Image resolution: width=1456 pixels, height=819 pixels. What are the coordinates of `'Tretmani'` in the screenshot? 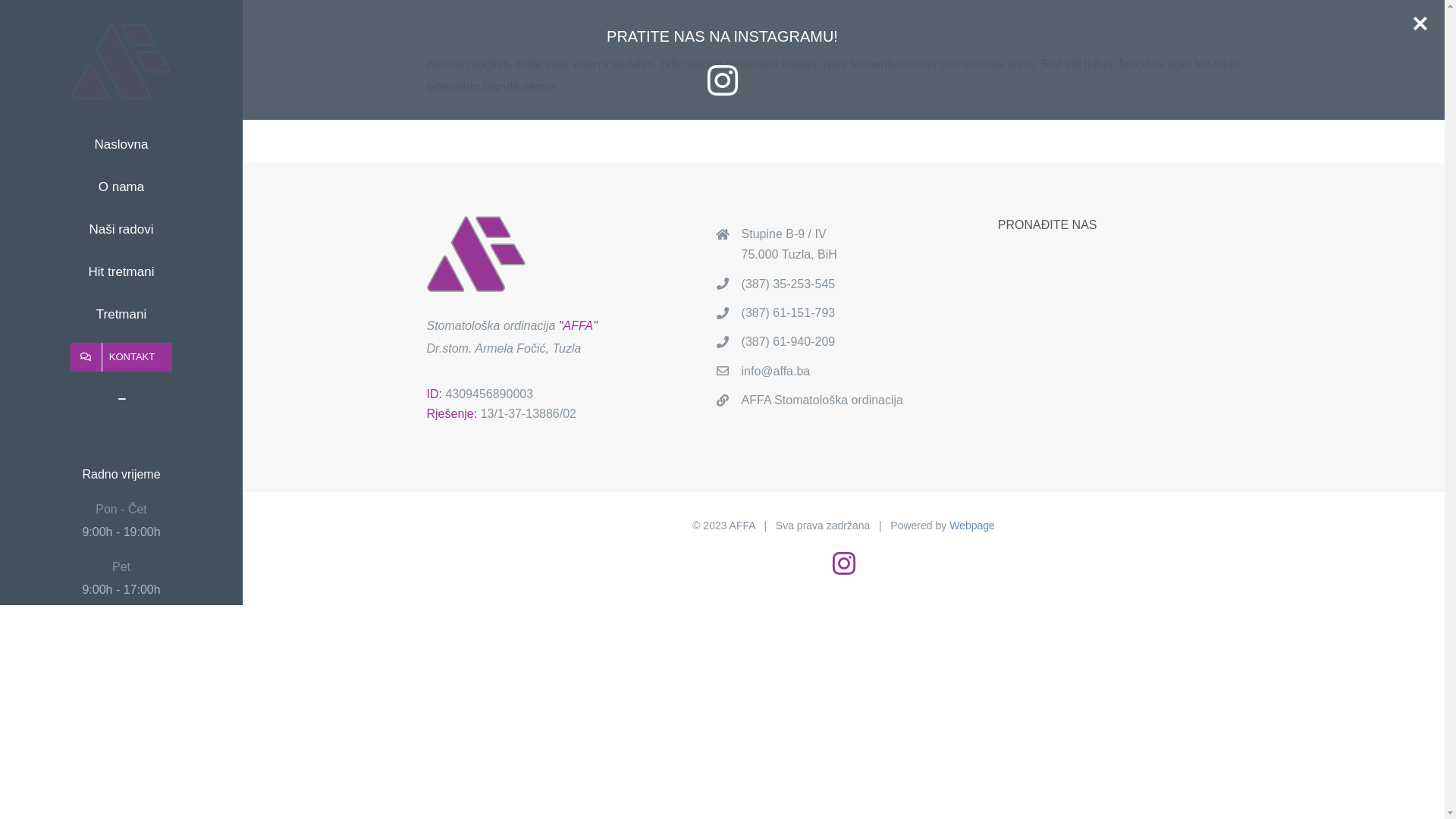 It's located at (120, 314).